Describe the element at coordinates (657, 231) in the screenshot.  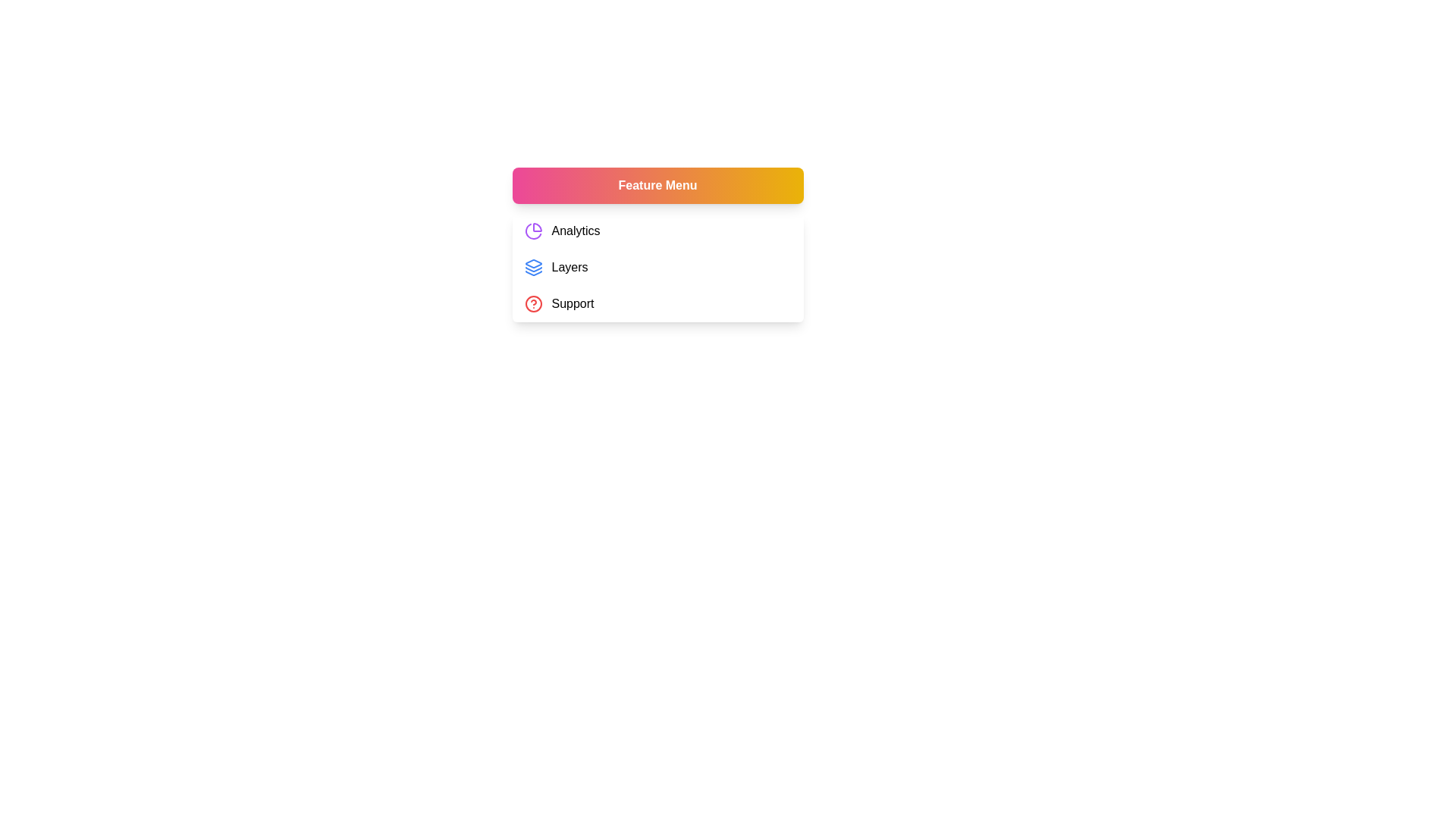
I see `the 'Analytics' option in the menu` at that location.